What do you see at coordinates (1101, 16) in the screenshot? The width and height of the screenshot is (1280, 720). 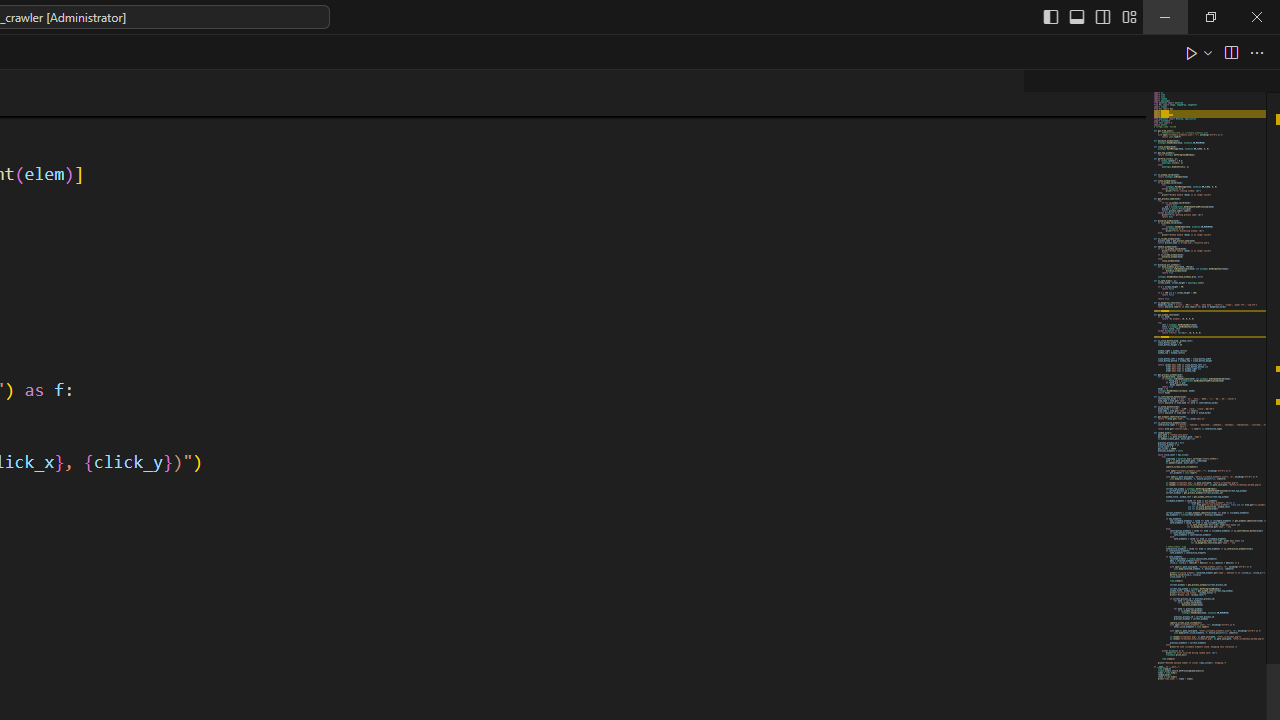 I see `'Toggle Secondary Side Bar (Ctrl+Alt+B)'` at bounding box center [1101, 16].